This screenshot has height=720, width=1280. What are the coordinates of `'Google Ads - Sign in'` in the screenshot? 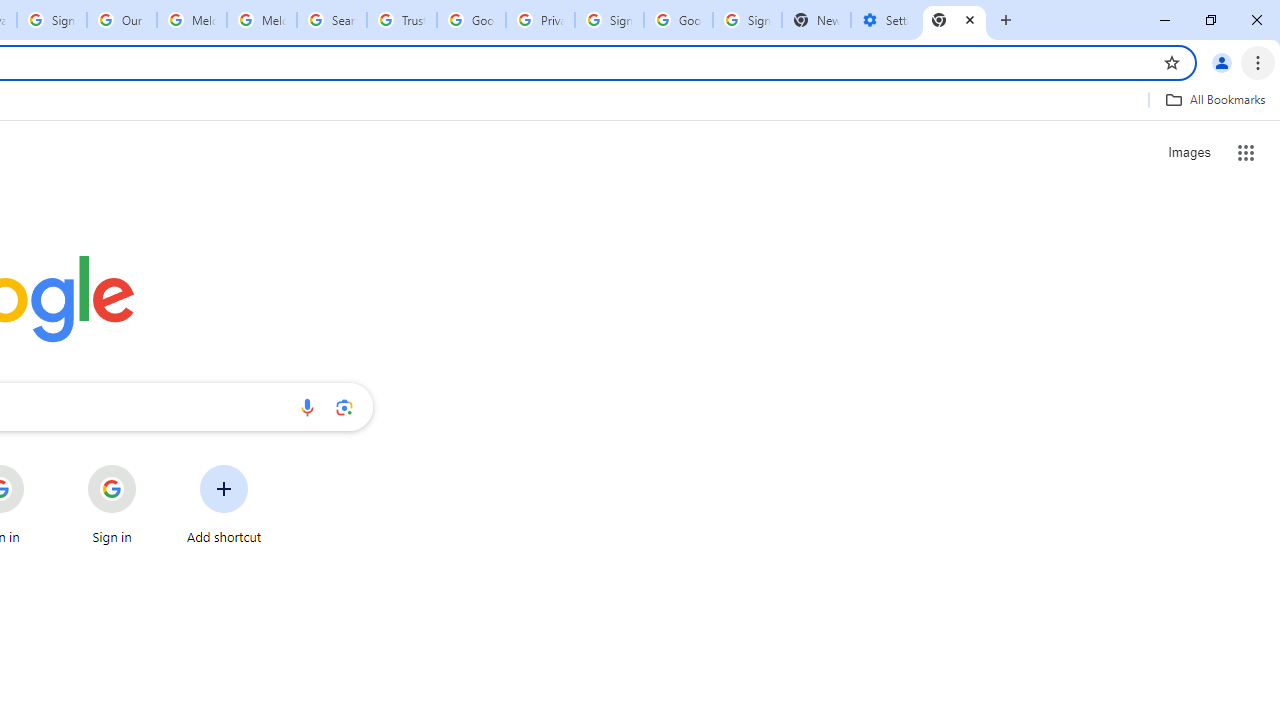 It's located at (470, 20).